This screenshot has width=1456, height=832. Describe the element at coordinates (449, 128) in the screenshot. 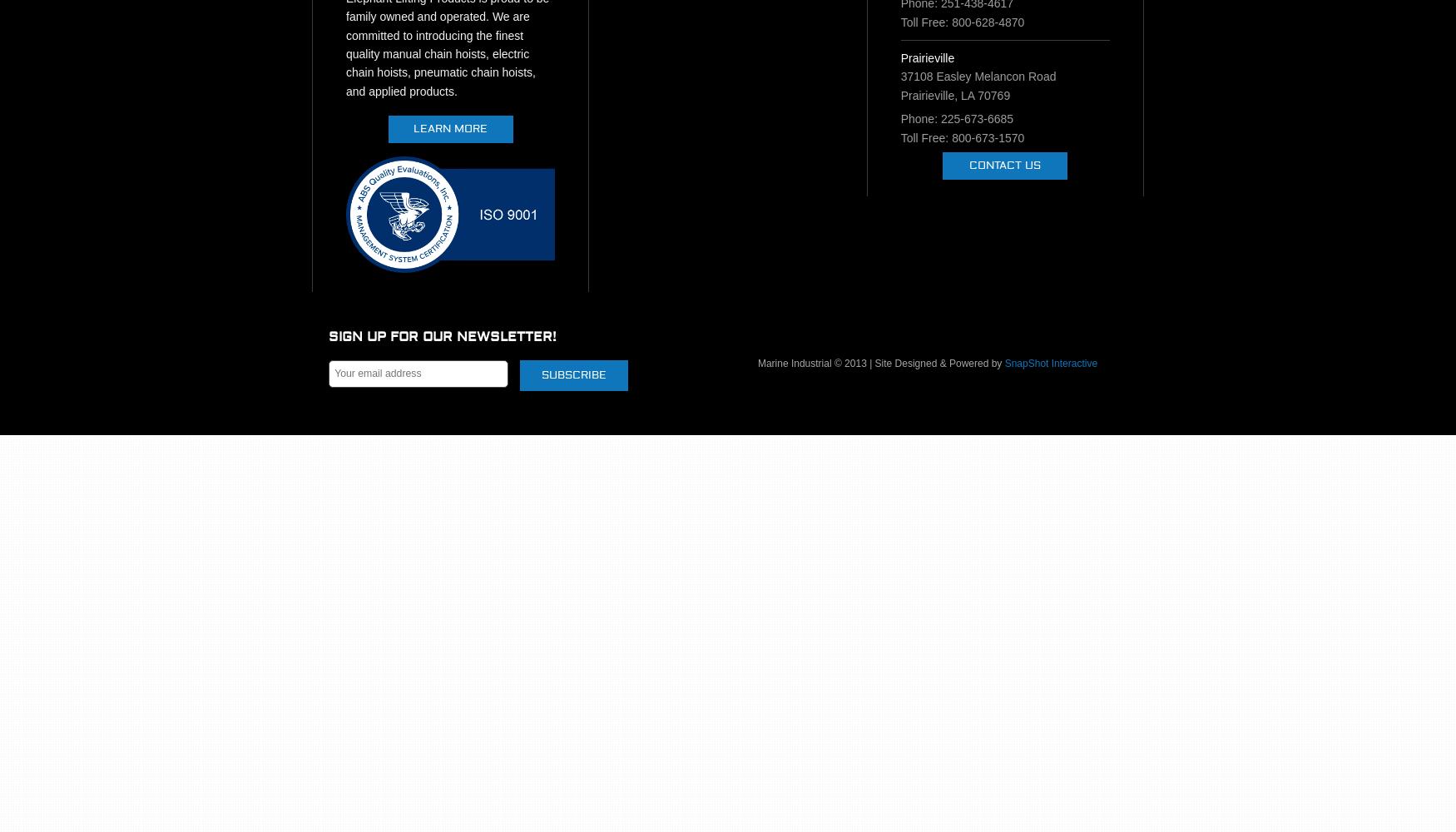

I see `'Learn More'` at that location.